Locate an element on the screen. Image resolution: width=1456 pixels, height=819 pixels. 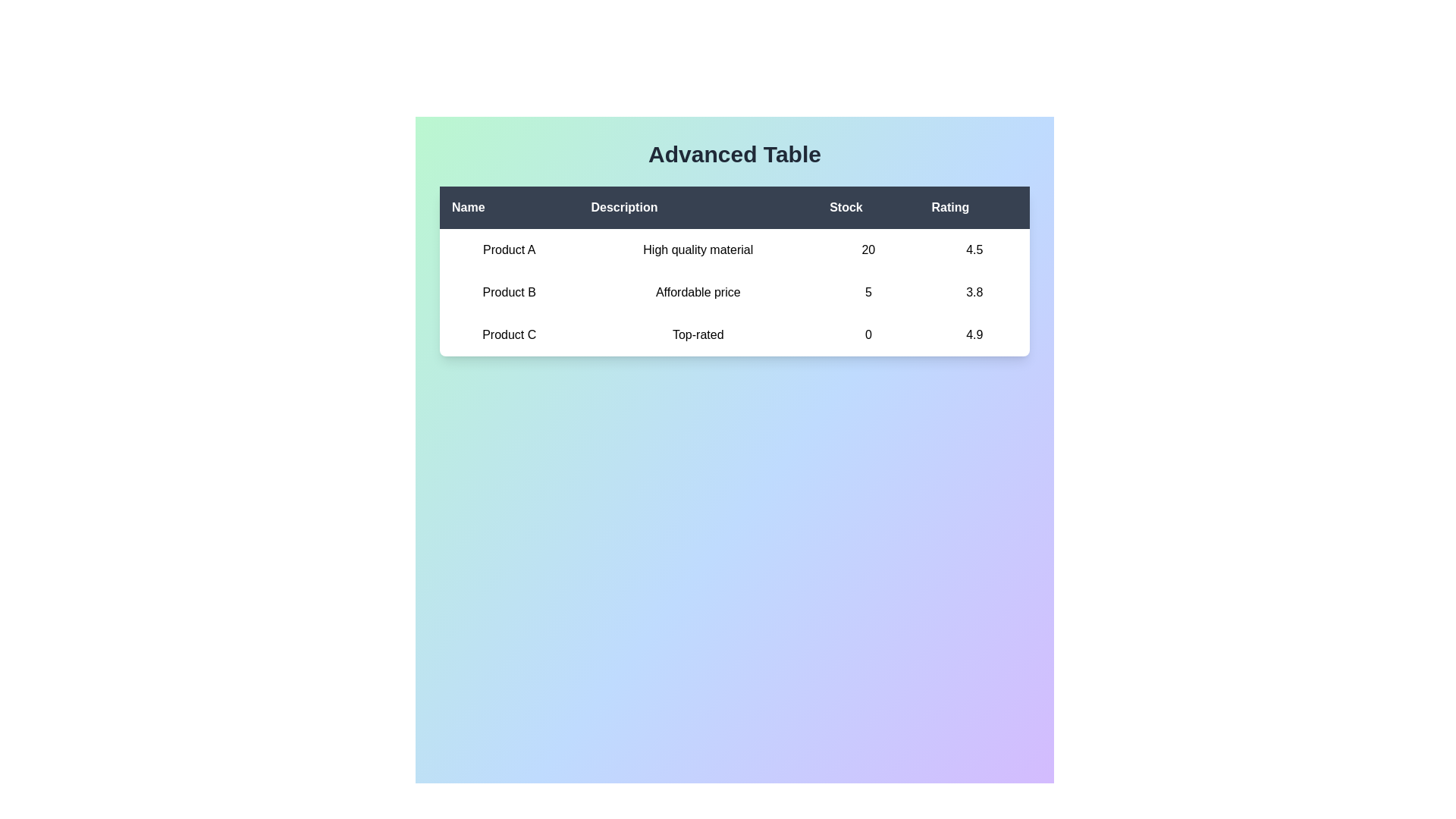
the third row in the data table that contains information about 'Product C', located beneath the rows for 'Product A' and 'Product B' is located at coordinates (735, 334).